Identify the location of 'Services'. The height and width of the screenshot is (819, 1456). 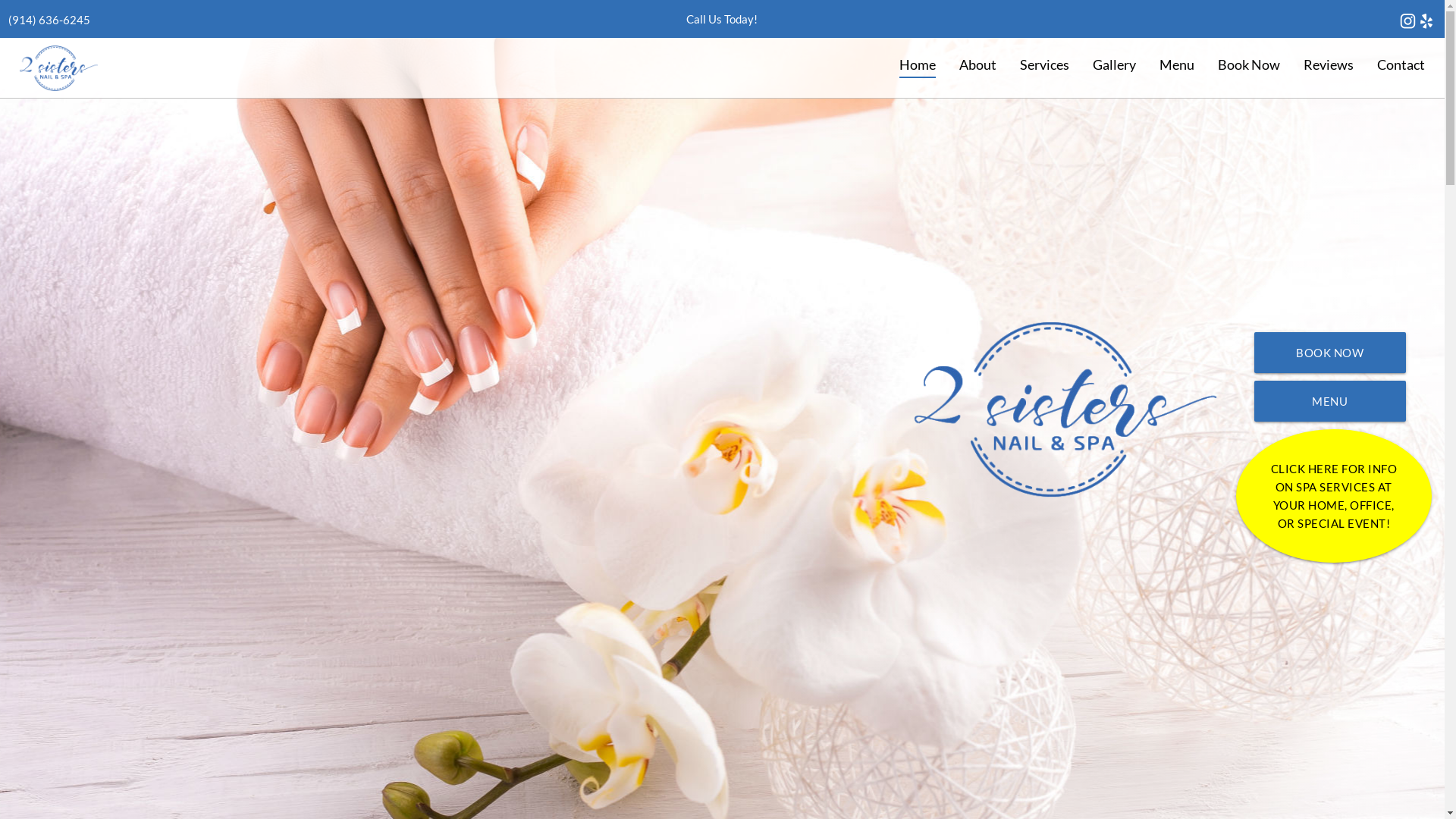
(1043, 64).